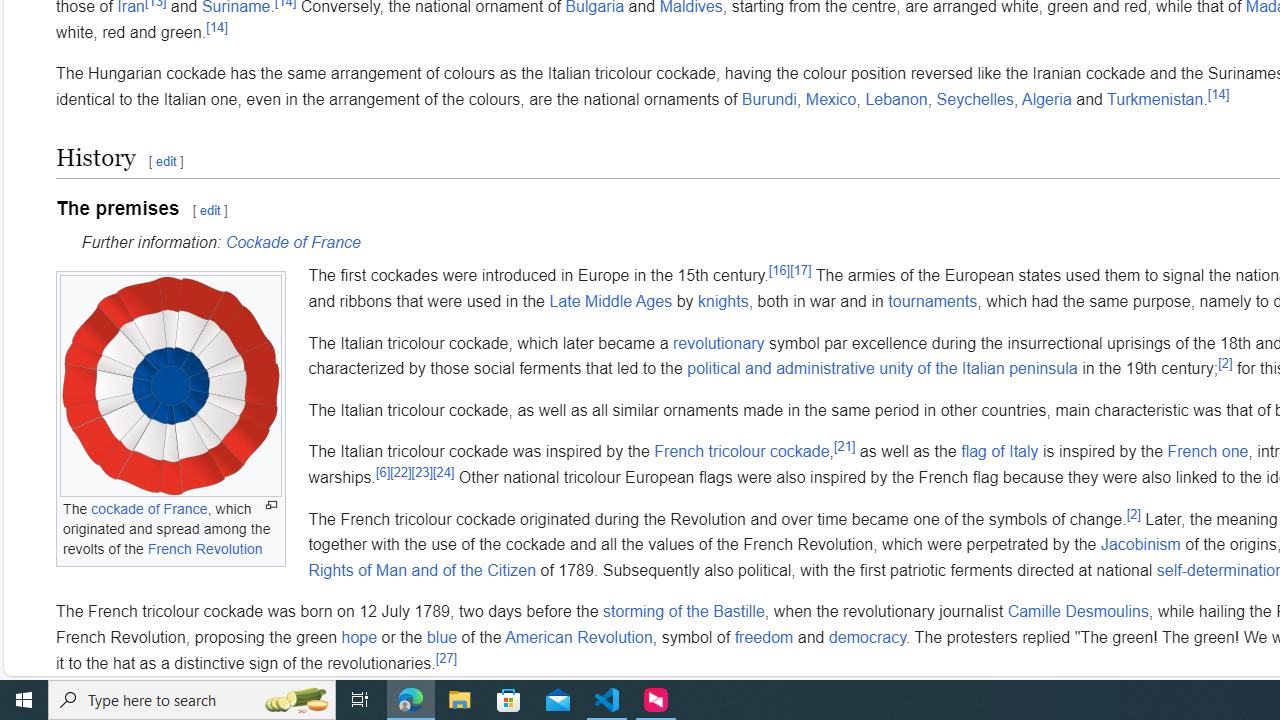 This screenshot has height=720, width=1280. What do you see at coordinates (740, 451) in the screenshot?
I see `'French tricolour cockade'` at bounding box center [740, 451].